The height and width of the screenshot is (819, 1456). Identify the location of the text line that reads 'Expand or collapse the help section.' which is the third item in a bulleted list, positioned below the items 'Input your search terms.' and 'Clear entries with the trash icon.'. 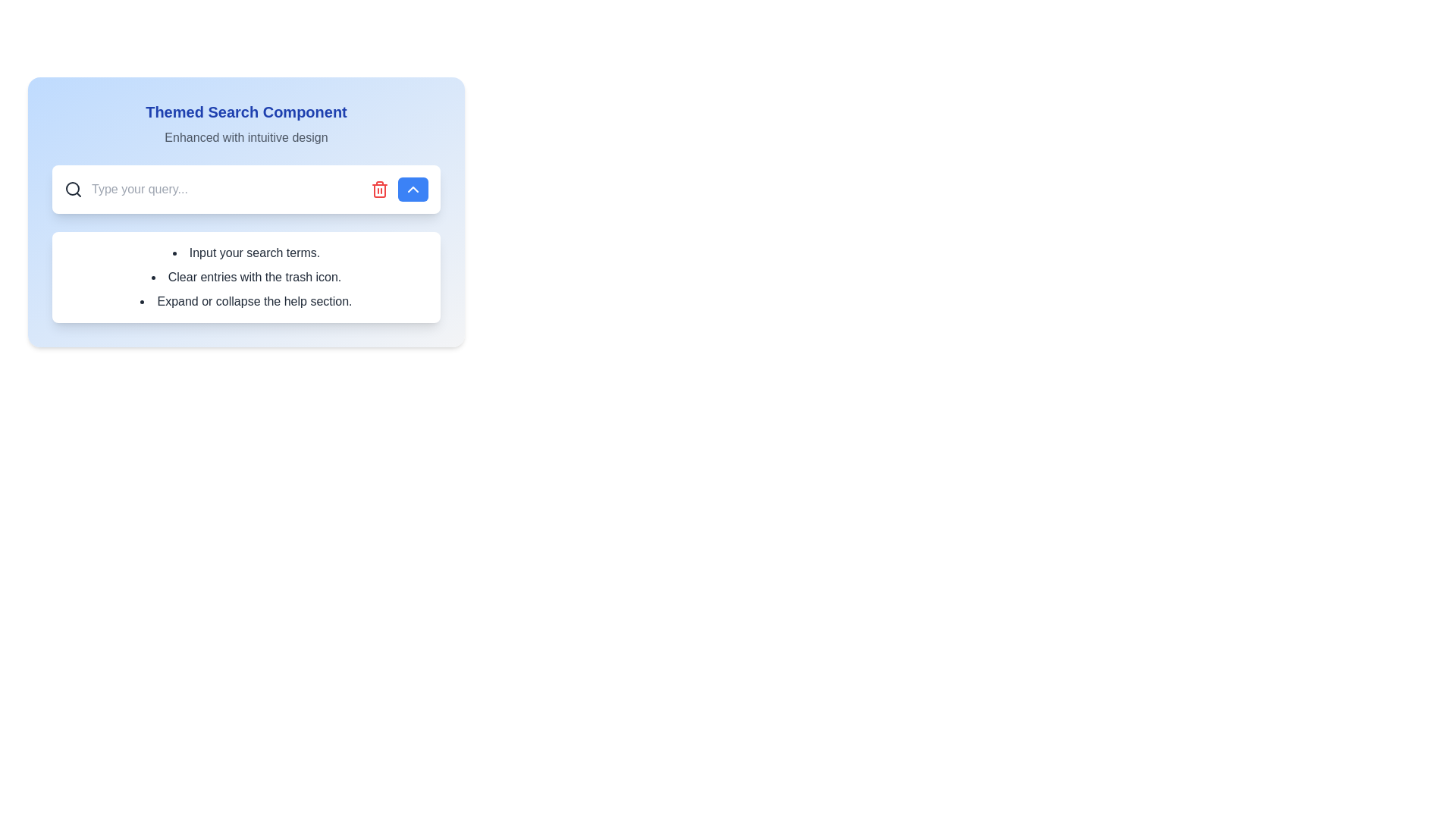
(246, 301).